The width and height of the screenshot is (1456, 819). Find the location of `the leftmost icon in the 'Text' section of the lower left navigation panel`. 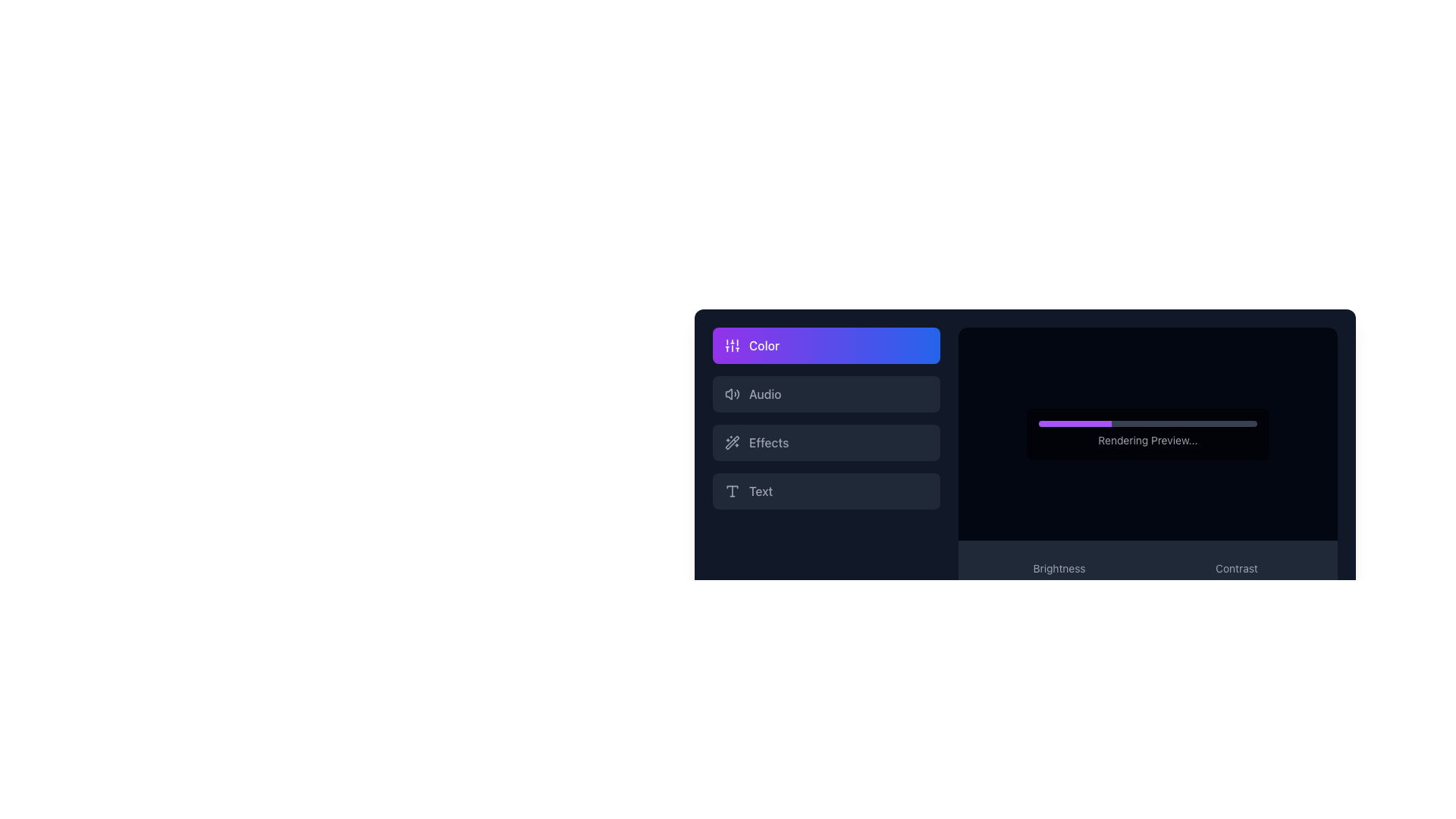

the leftmost icon in the 'Text' section of the lower left navigation panel is located at coordinates (732, 491).